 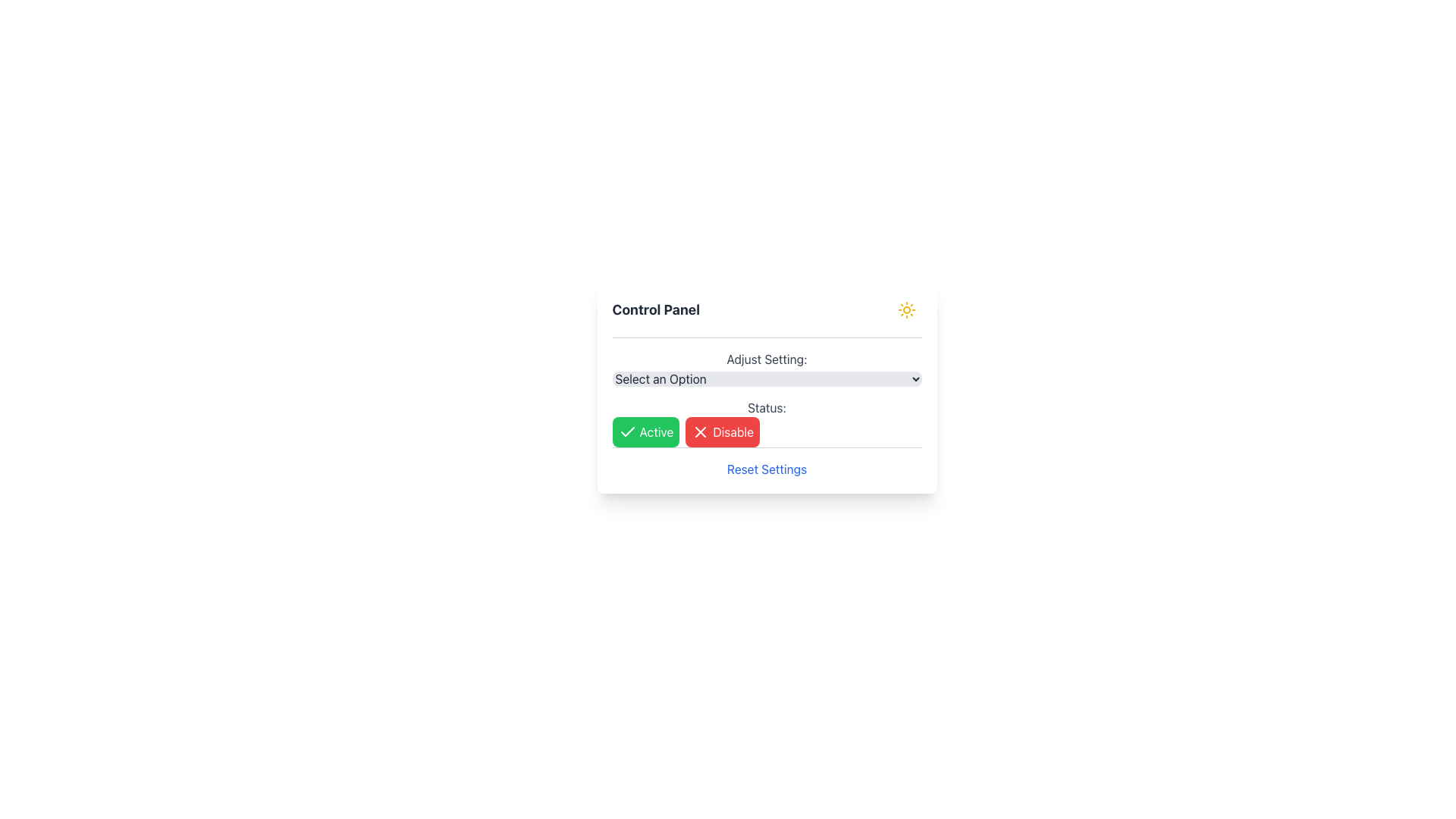 What do you see at coordinates (645, 432) in the screenshot?
I see `the green 'Active' button with white text and a checkmark icon located in the 'Control Panel' section` at bounding box center [645, 432].